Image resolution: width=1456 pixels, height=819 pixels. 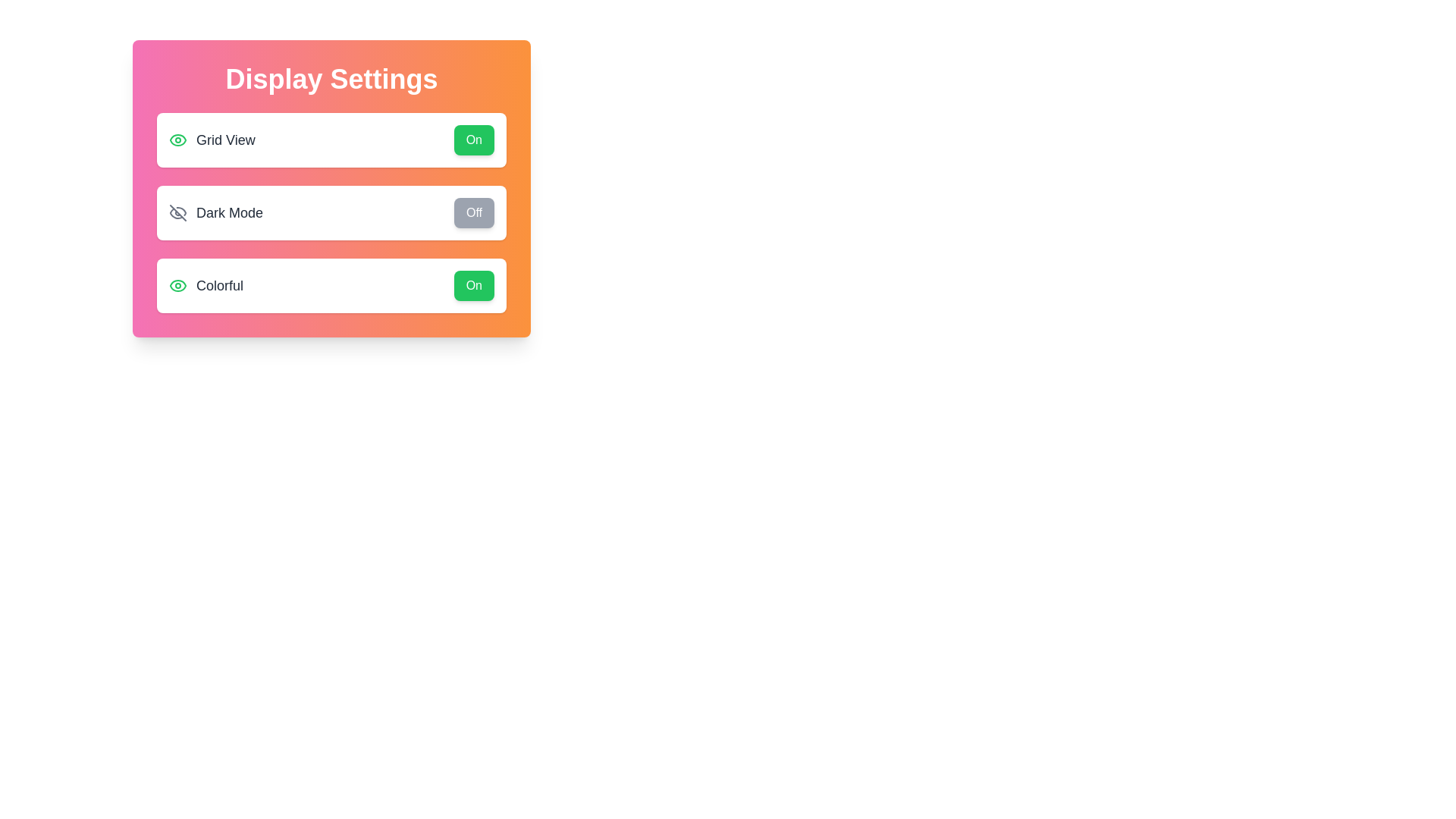 I want to click on 'On' button of the 'Grid View' setting to toggle it, so click(x=472, y=140).